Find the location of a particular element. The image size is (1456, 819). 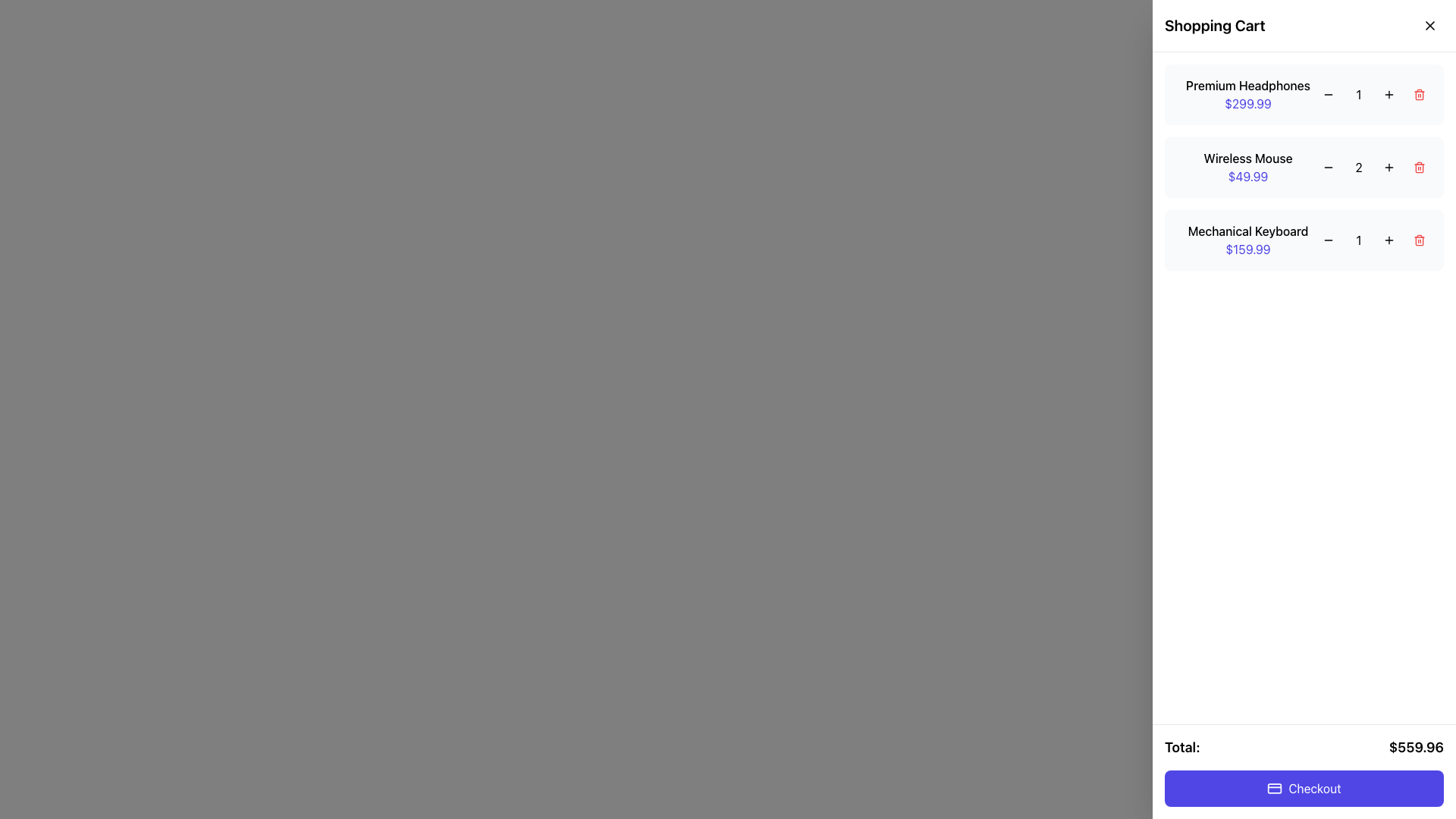

text information displayed for the third item in the shopping cart, which includes the name and price of the product is located at coordinates (1248, 239).